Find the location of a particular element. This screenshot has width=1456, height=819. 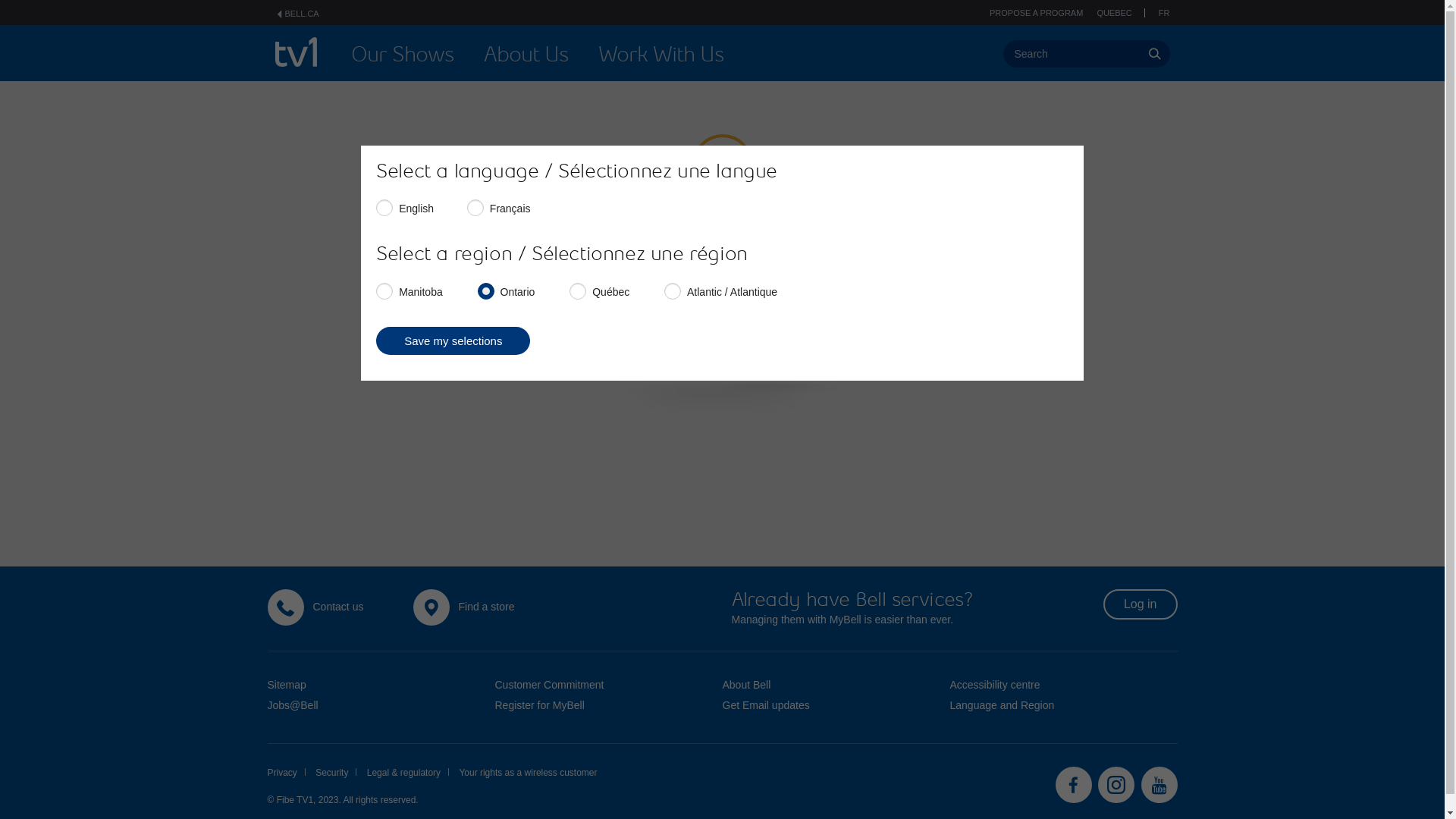

'QUEBEC' is located at coordinates (1120, 12).